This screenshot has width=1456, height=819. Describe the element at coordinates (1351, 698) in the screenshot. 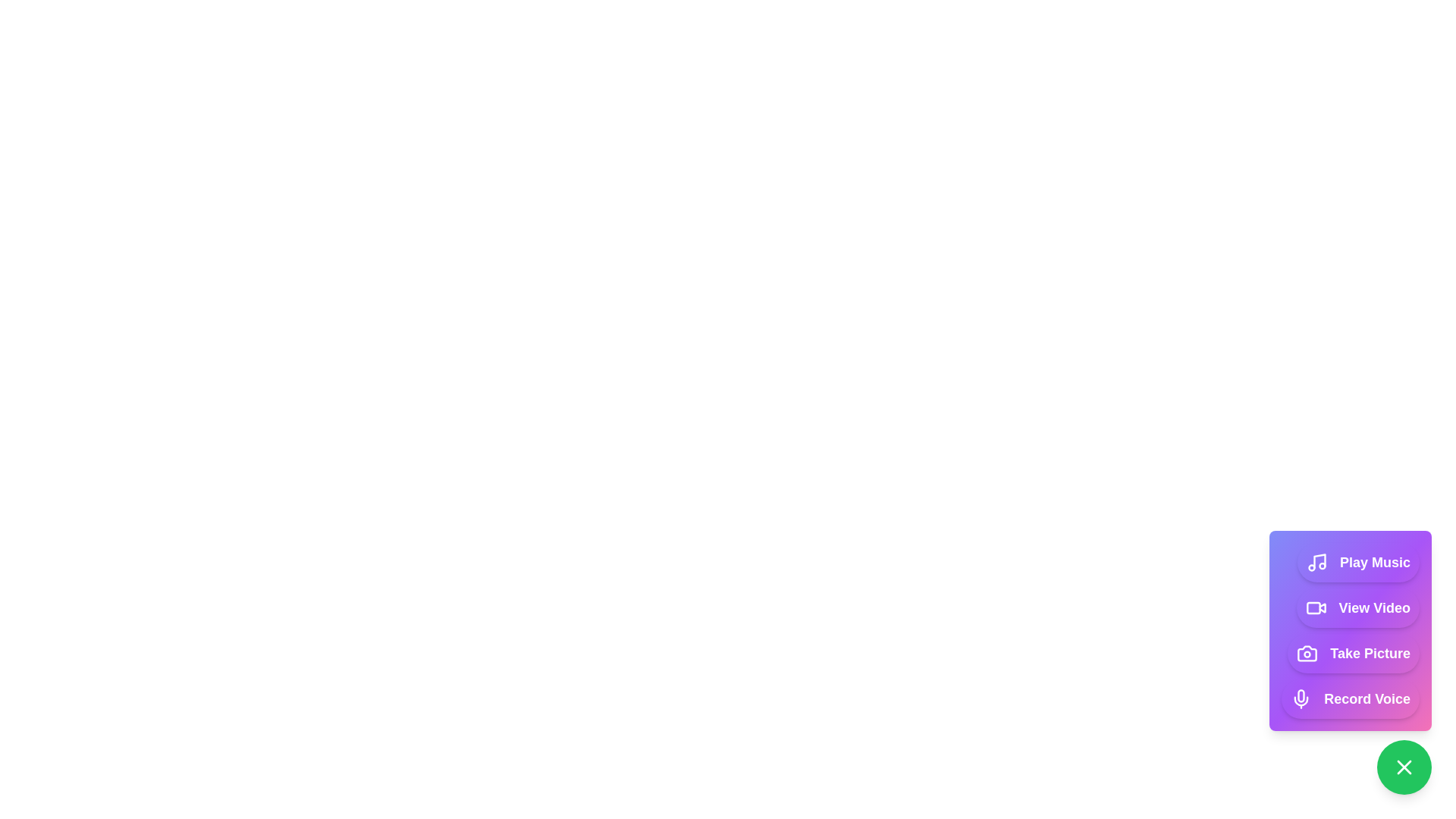

I see `the button with label 'Record Voice' to visually inspect its text` at that location.